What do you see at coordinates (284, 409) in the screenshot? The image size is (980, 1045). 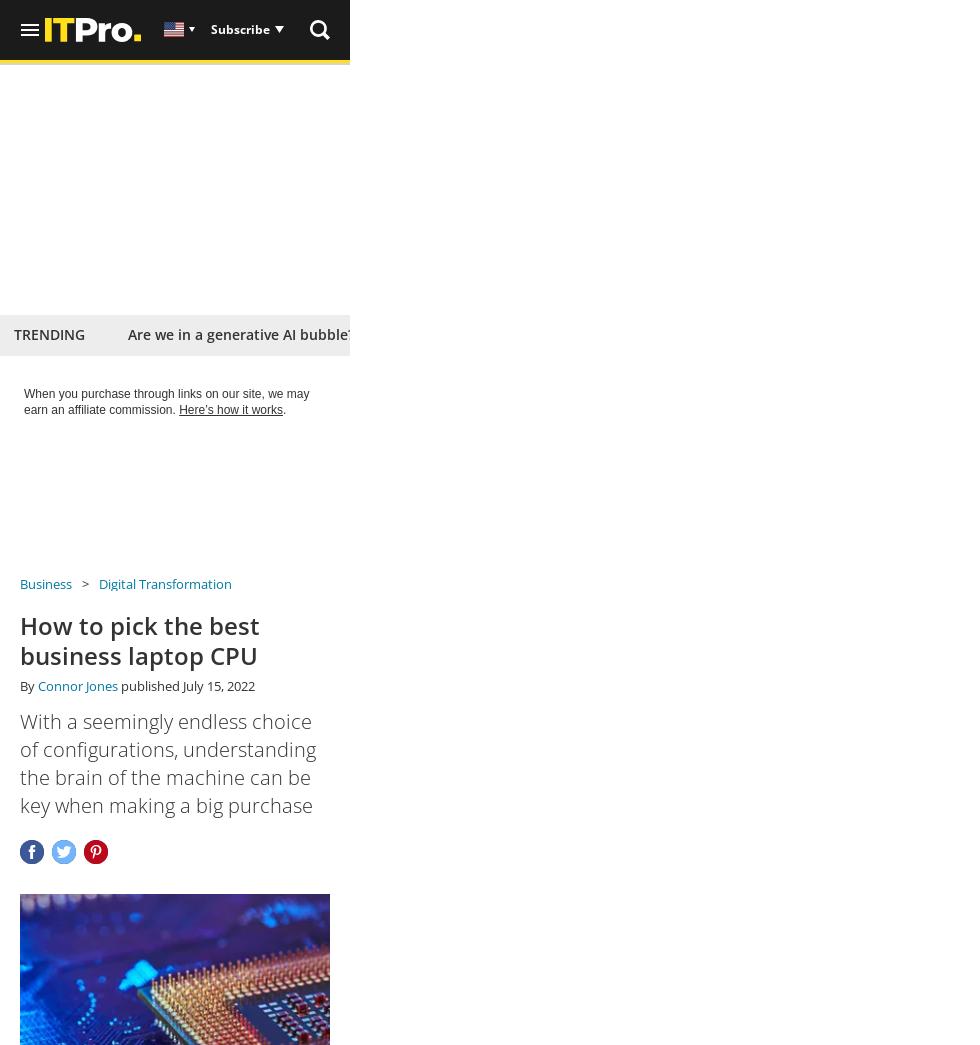 I see `'.'` at bounding box center [284, 409].